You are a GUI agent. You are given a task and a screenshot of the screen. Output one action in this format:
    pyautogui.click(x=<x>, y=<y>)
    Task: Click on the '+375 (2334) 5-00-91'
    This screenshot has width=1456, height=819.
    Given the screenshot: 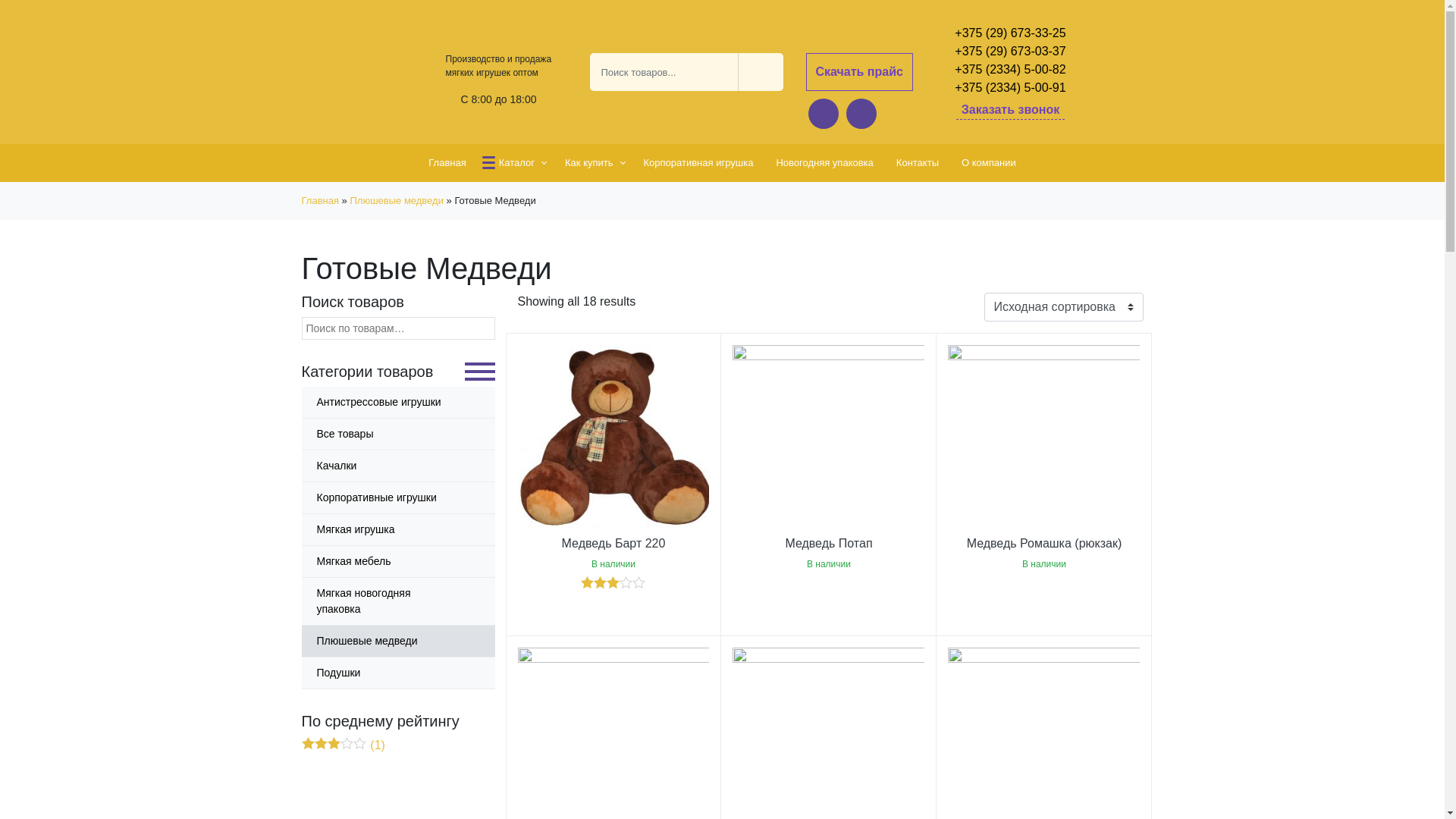 What is the action you would take?
    pyautogui.click(x=1010, y=87)
    